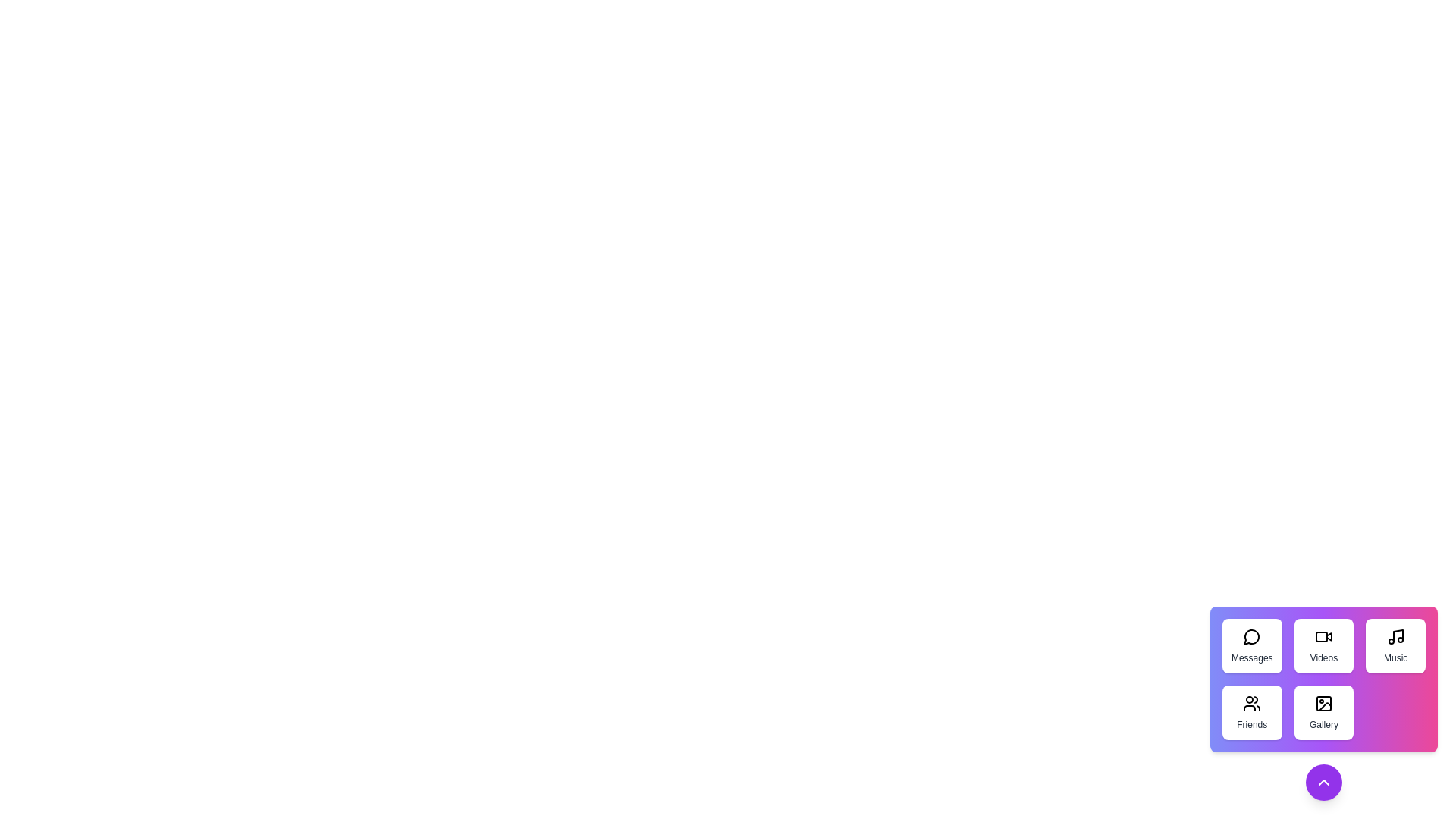 This screenshot has width=1456, height=819. What do you see at coordinates (1323, 713) in the screenshot?
I see `the 'Gallery' button` at bounding box center [1323, 713].